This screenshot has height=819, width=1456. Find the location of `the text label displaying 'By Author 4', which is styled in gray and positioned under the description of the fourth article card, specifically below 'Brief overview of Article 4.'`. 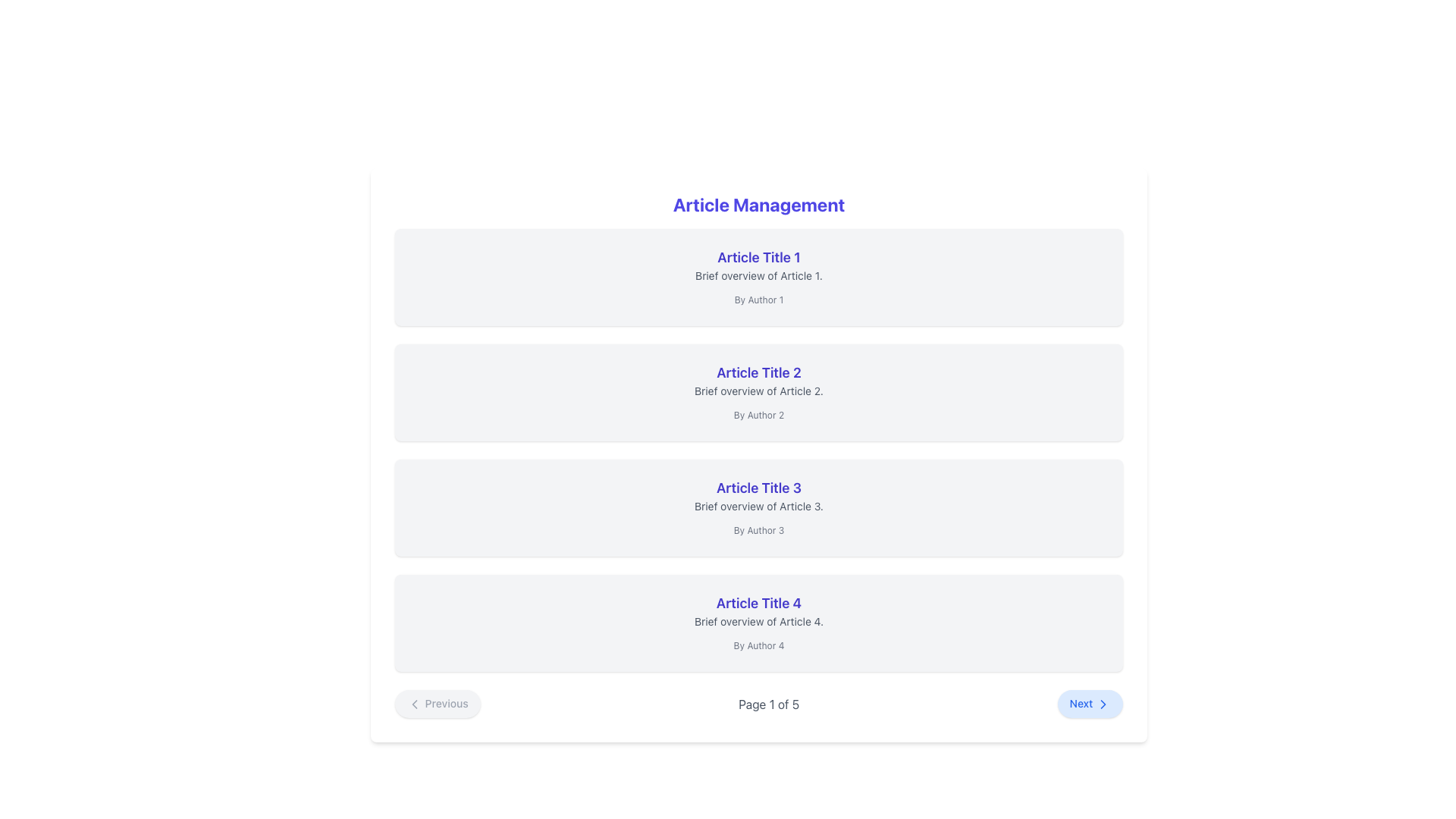

the text label displaying 'By Author 4', which is styled in gray and positioned under the description of the fourth article card, specifically below 'Brief overview of Article 4.' is located at coordinates (758, 645).